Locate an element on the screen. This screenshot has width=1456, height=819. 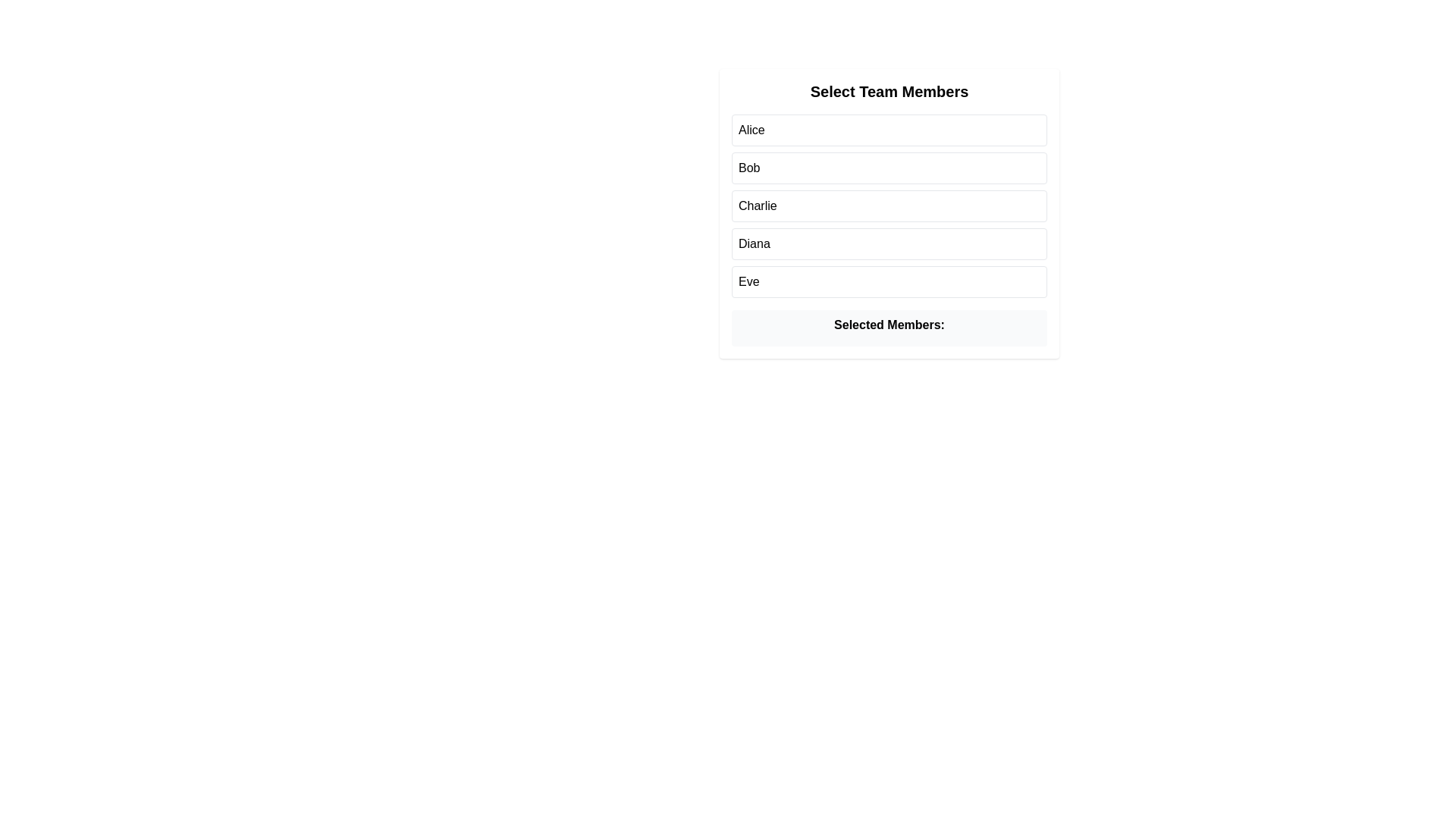
the text label reading 'Selected Members:' which is styled in bold and is located directly under the list of selectable members, below the last entry labeled 'Eve' is located at coordinates (889, 324).